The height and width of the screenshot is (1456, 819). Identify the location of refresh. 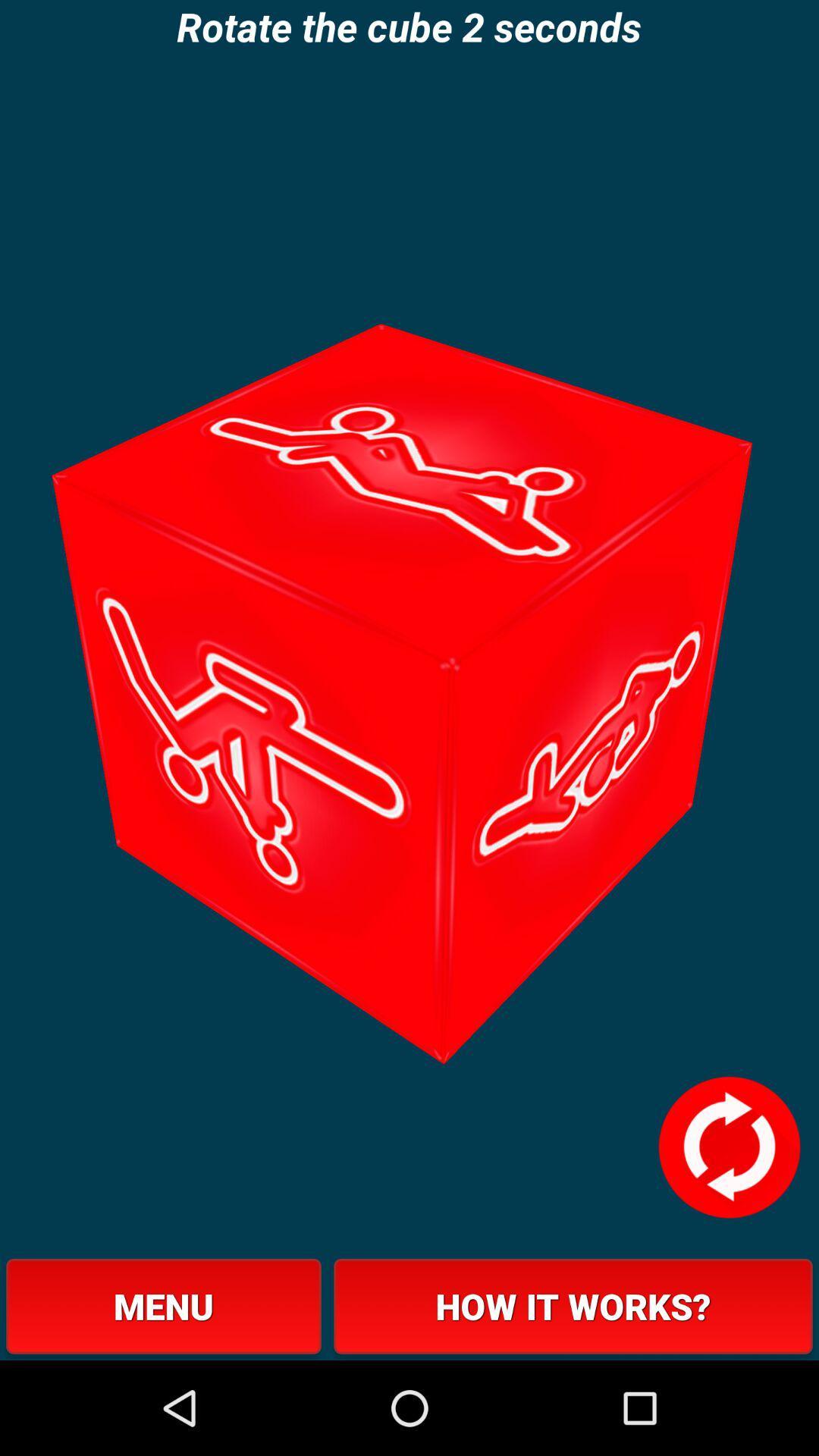
(728, 1147).